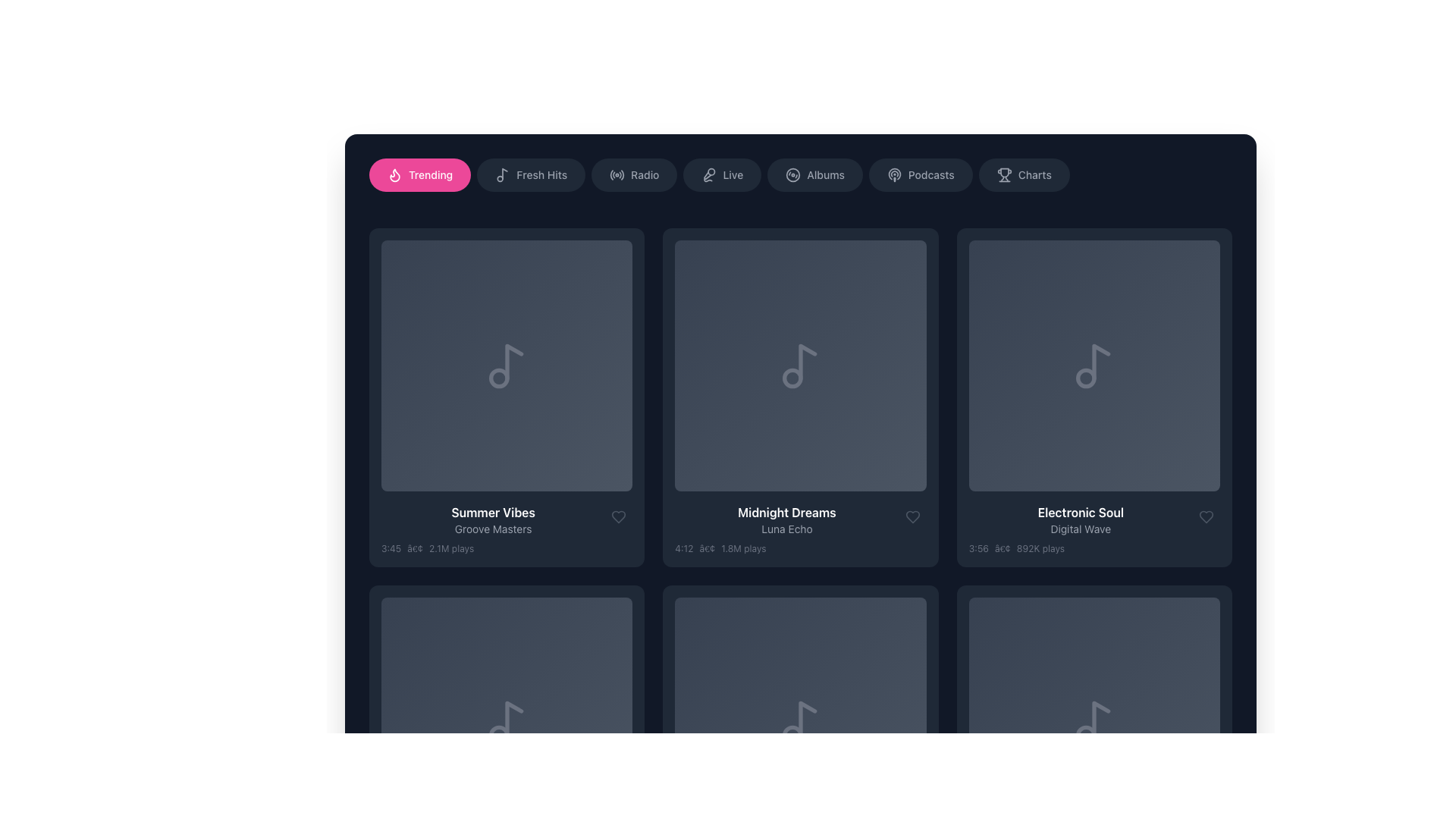 This screenshot has width=1456, height=819. What do you see at coordinates (507, 366) in the screenshot?
I see `the first square-shaped card in the grid with a gradient background and a music note icon` at bounding box center [507, 366].